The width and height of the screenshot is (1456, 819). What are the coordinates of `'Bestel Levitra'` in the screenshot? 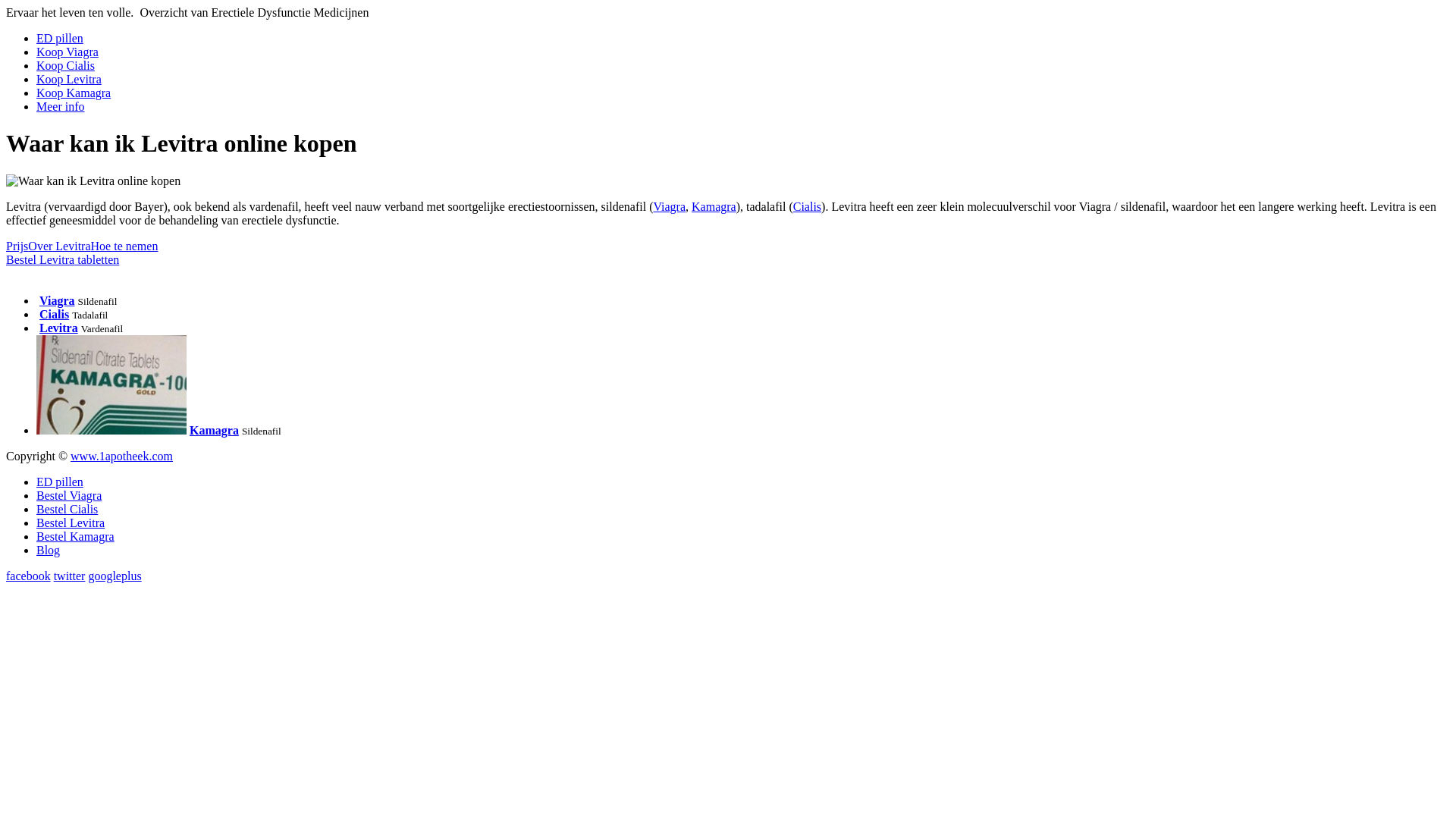 It's located at (69, 522).